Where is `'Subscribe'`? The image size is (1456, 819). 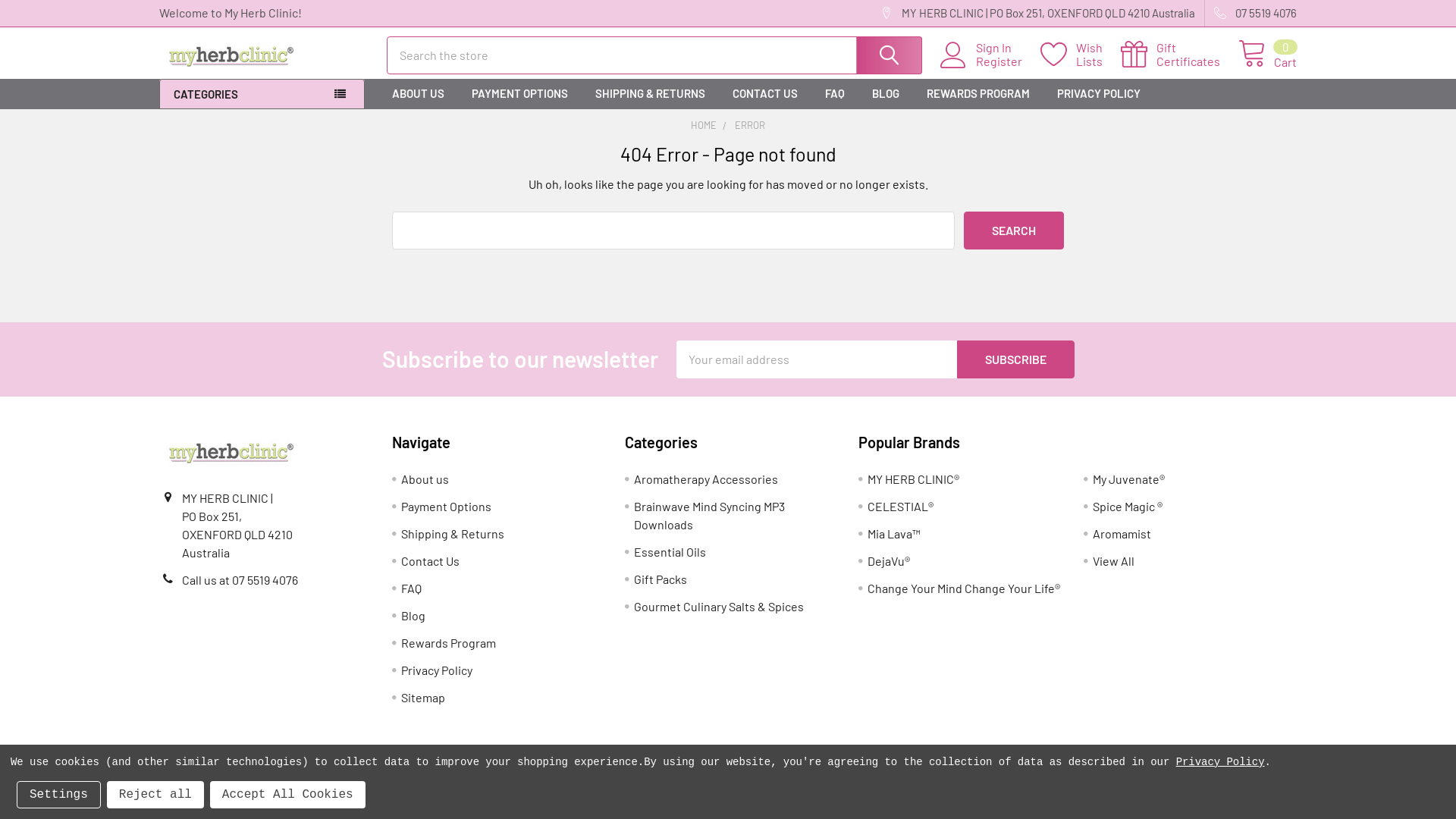
'Subscribe' is located at coordinates (1015, 359).